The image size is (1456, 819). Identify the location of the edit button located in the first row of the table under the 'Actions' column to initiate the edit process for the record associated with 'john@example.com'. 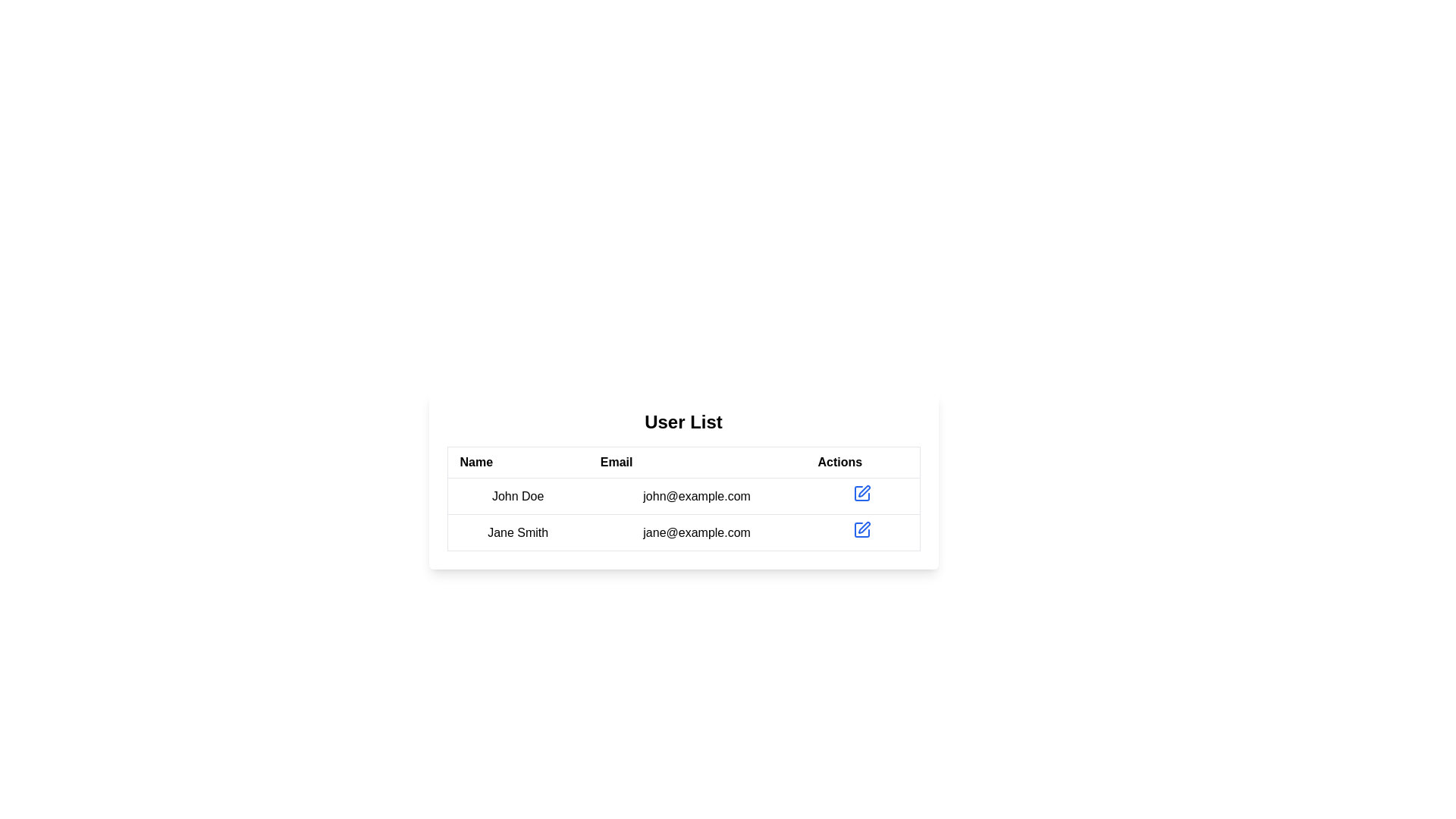
(862, 494).